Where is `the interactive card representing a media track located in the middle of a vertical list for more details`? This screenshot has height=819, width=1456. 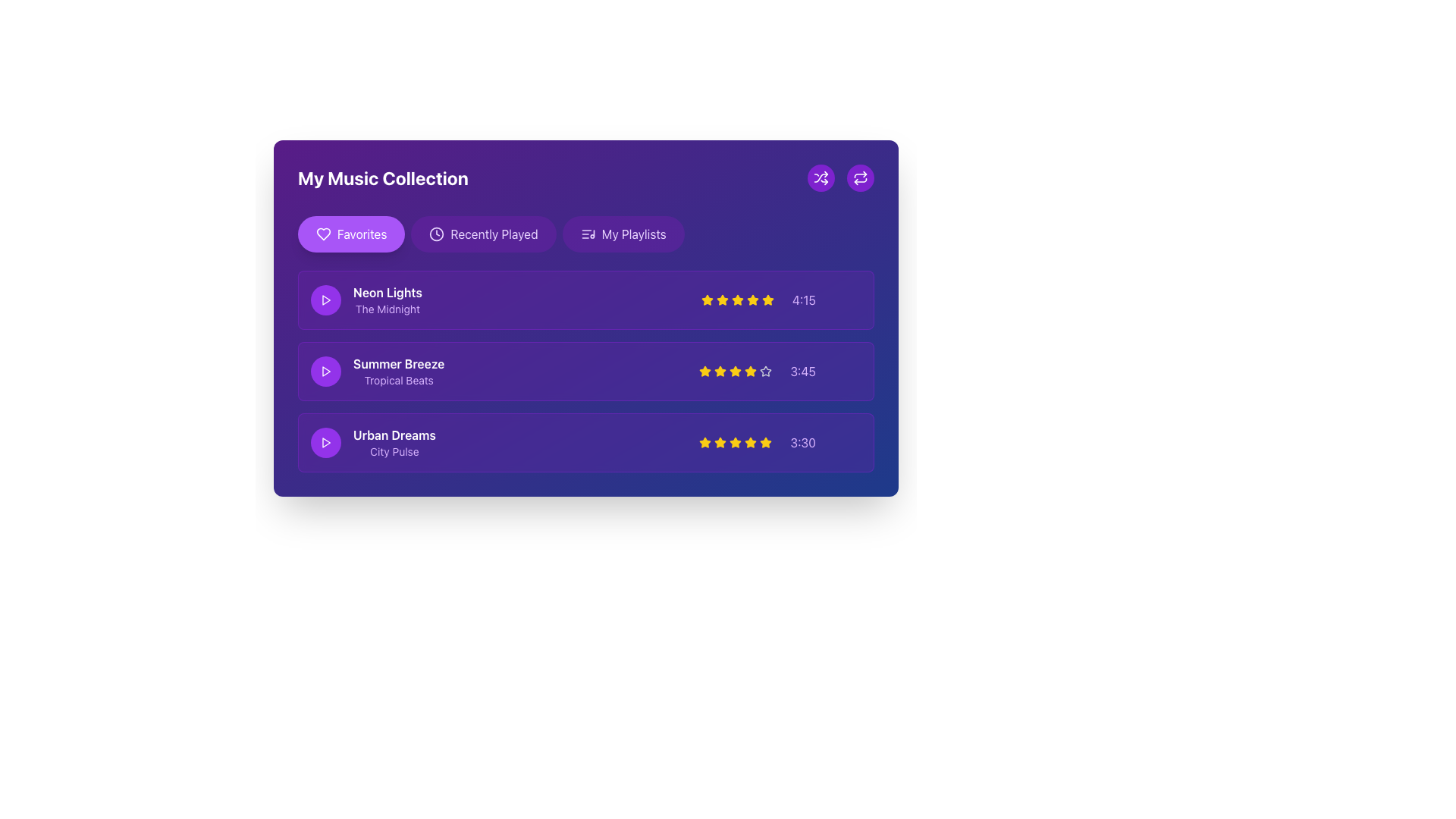
the interactive card representing a media track located in the middle of a vertical list for more details is located at coordinates (585, 371).